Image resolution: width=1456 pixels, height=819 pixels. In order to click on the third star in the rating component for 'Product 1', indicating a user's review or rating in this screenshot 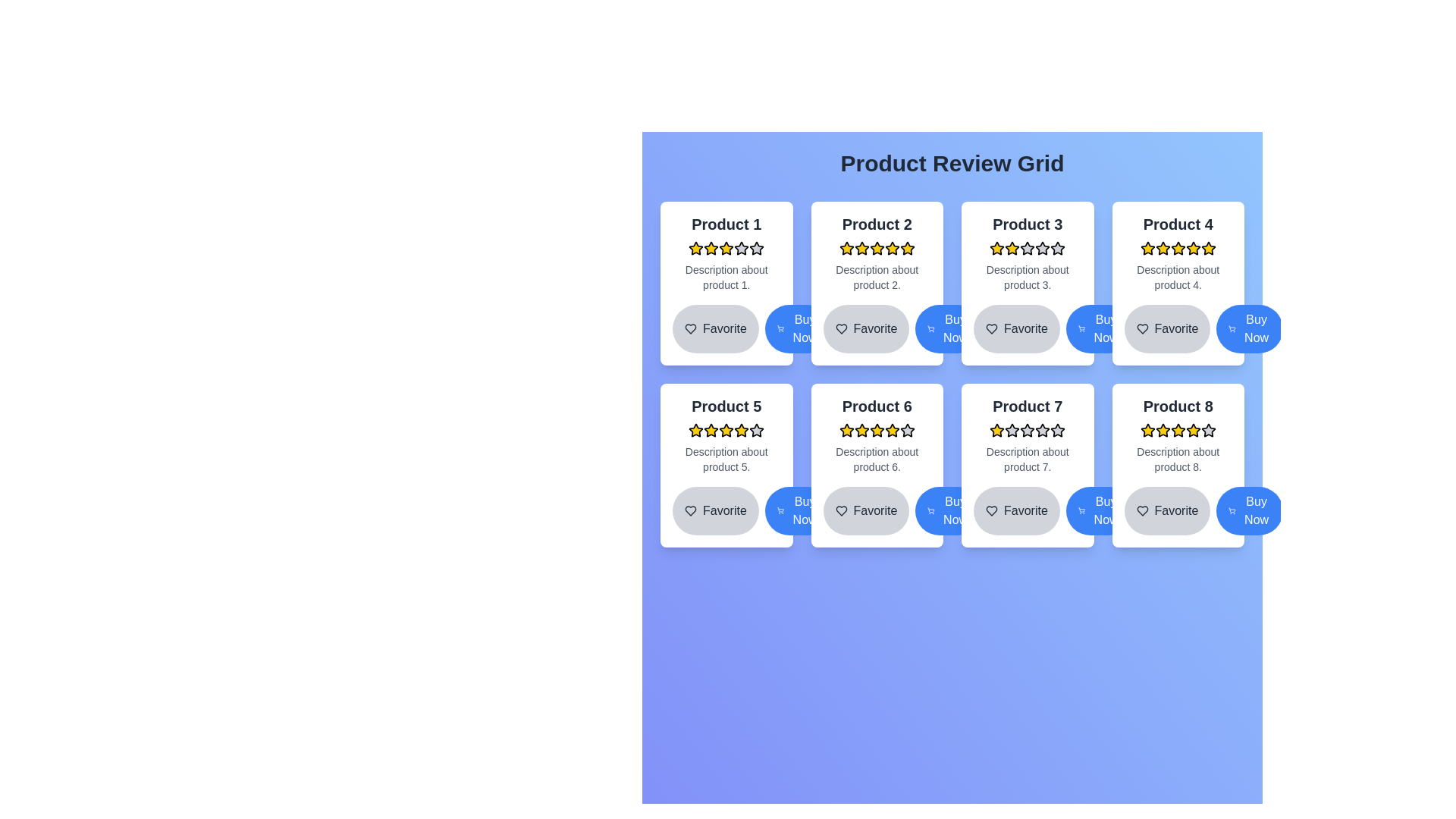, I will do `click(711, 247)`.